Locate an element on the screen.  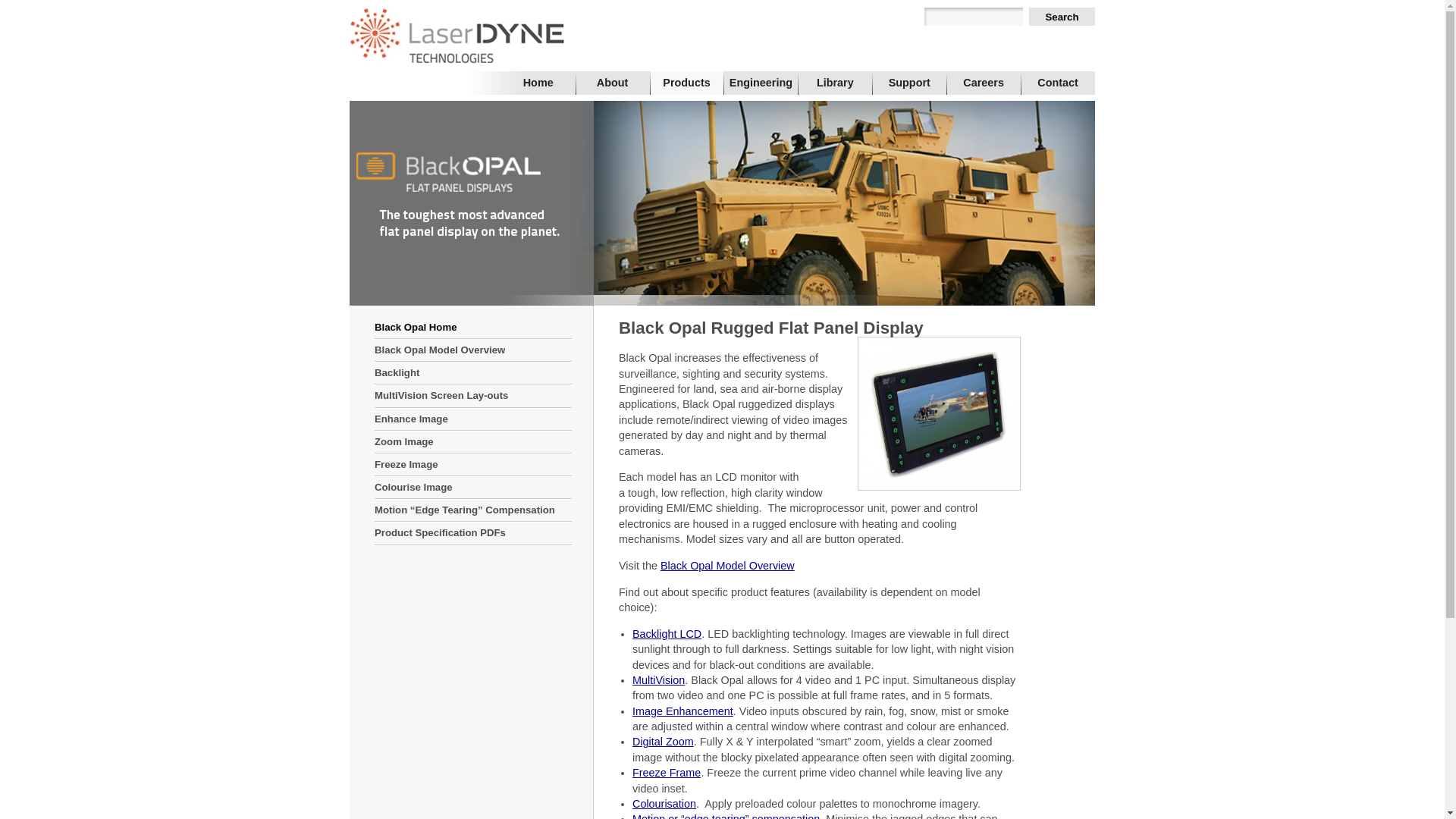
'Black Opal Model Overview' is located at coordinates (472, 350).